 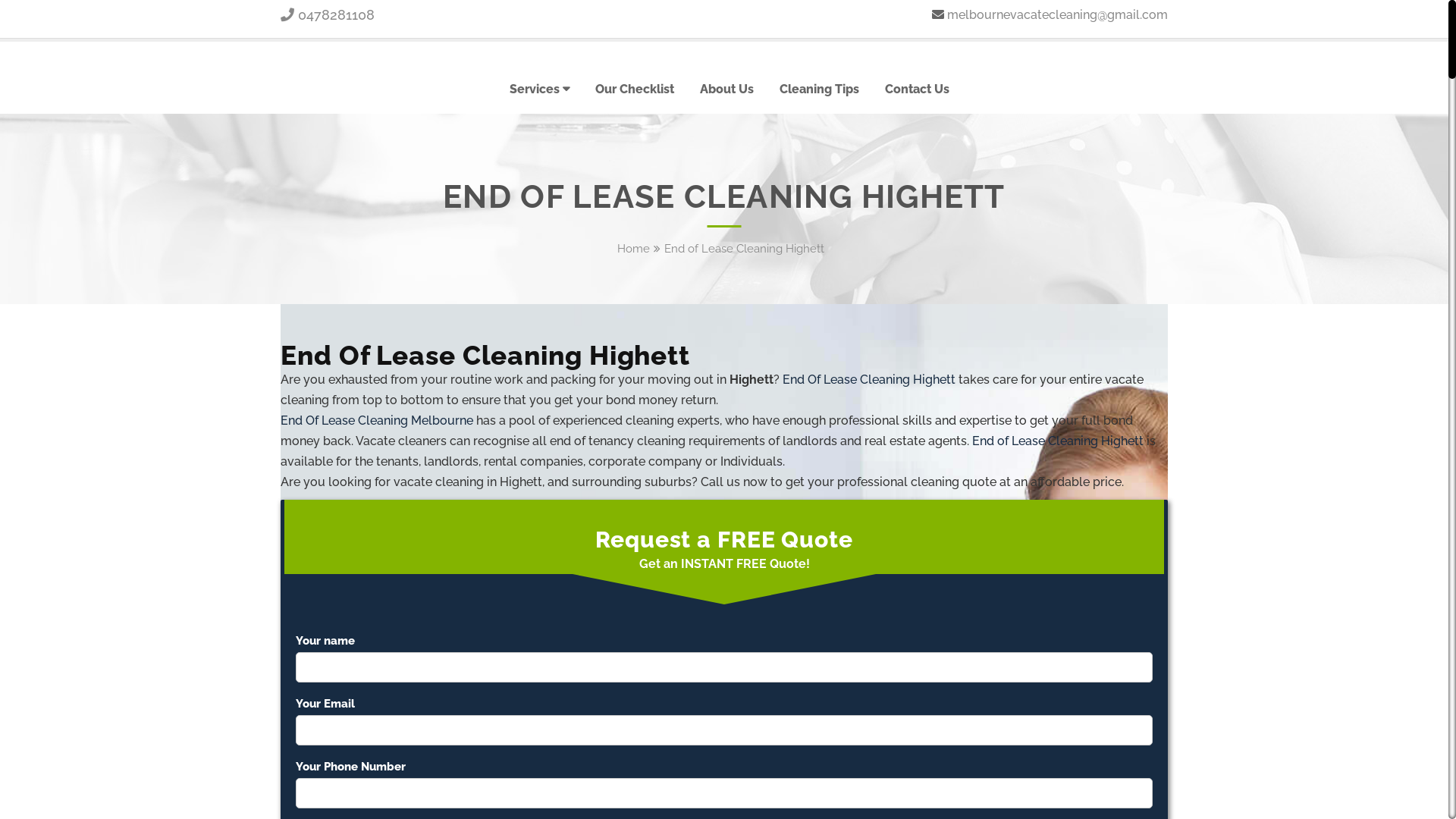 What do you see at coordinates (280, 14) in the screenshot?
I see `'0478281108'` at bounding box center [280, 14].